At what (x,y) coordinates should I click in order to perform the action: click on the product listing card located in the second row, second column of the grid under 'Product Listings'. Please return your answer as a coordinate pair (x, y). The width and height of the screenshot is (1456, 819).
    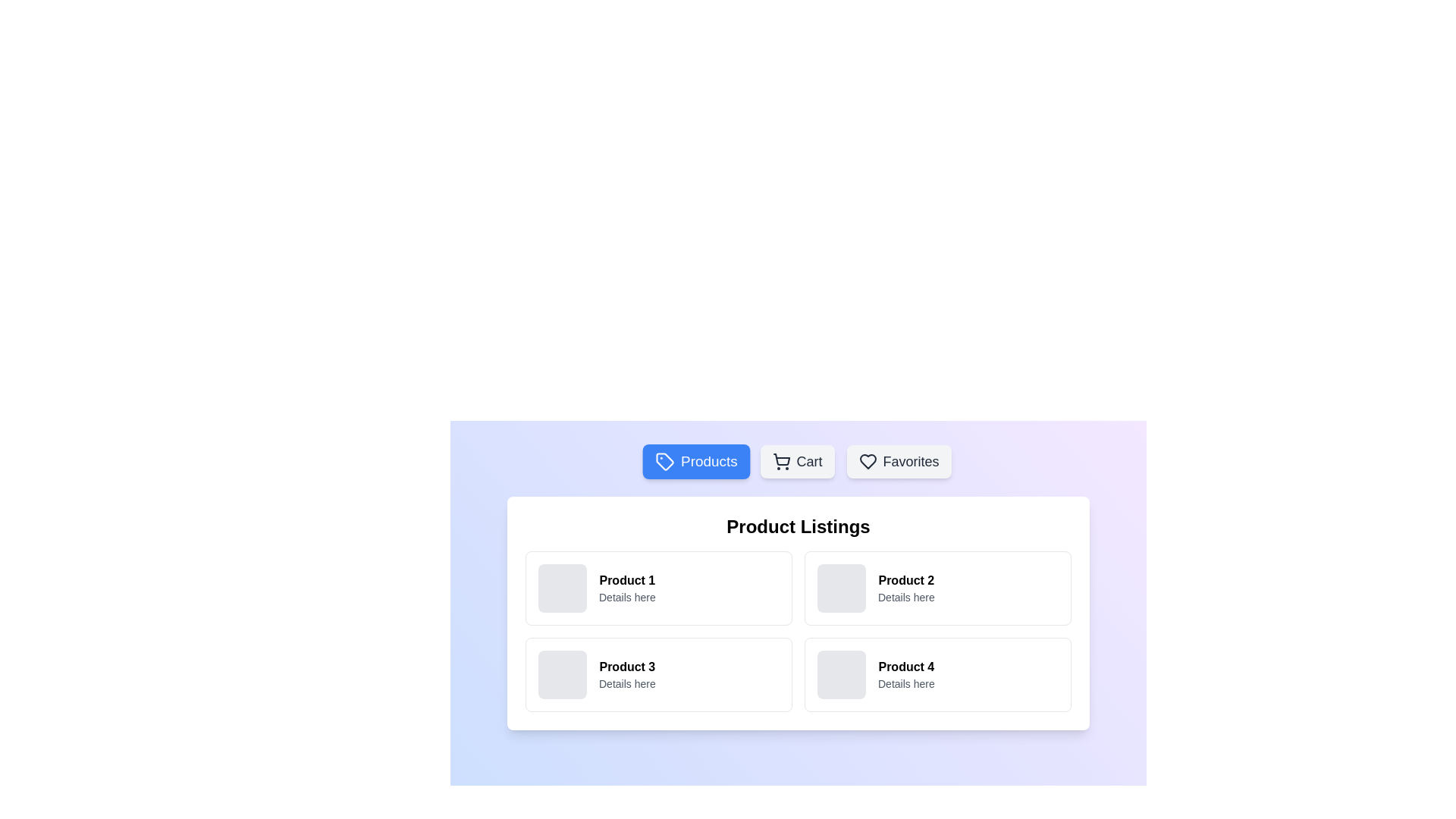
    Looking at the image, I should click on (937, 674).